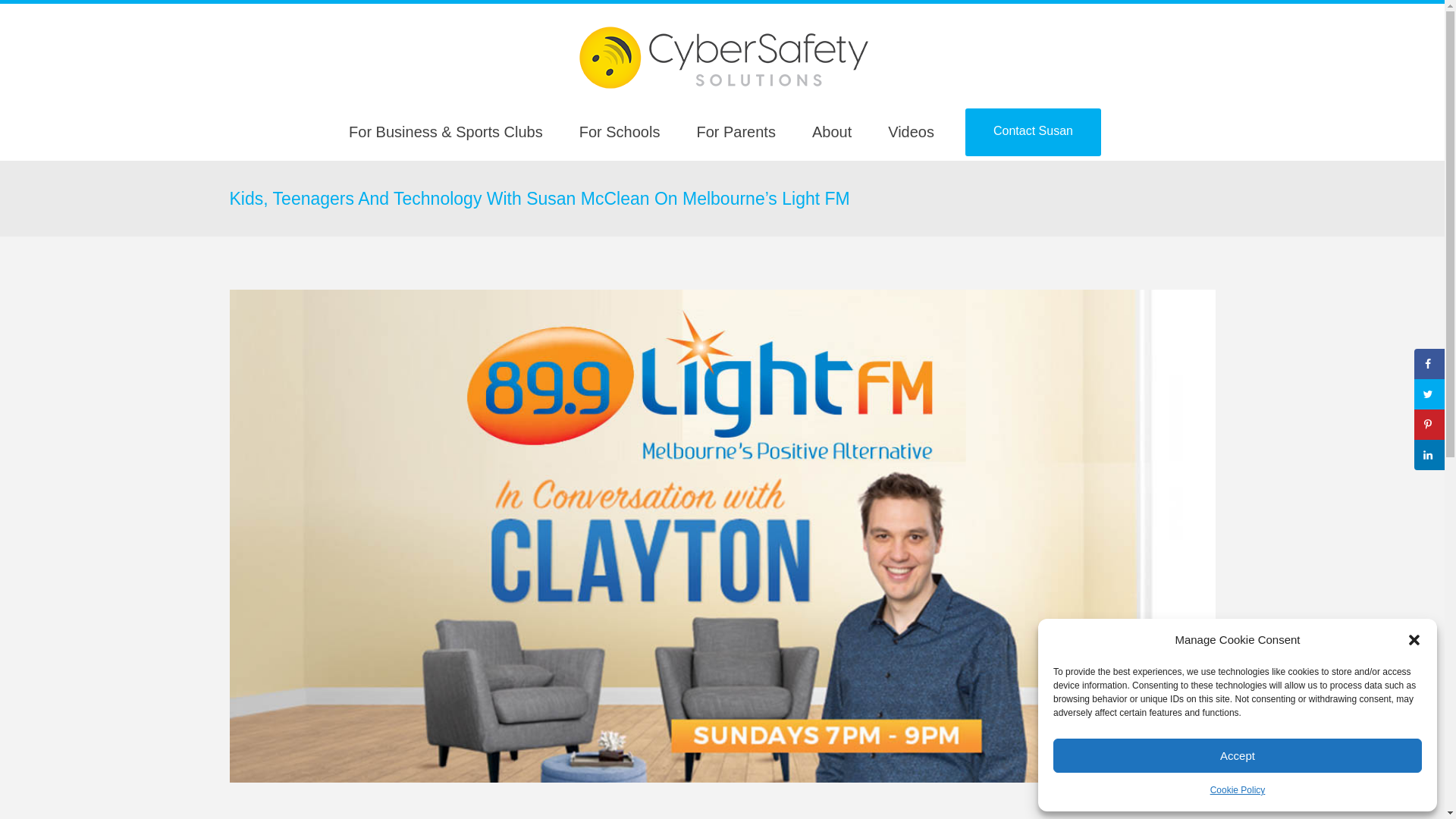  I want to click on 'For Schools', so click(620, 131).